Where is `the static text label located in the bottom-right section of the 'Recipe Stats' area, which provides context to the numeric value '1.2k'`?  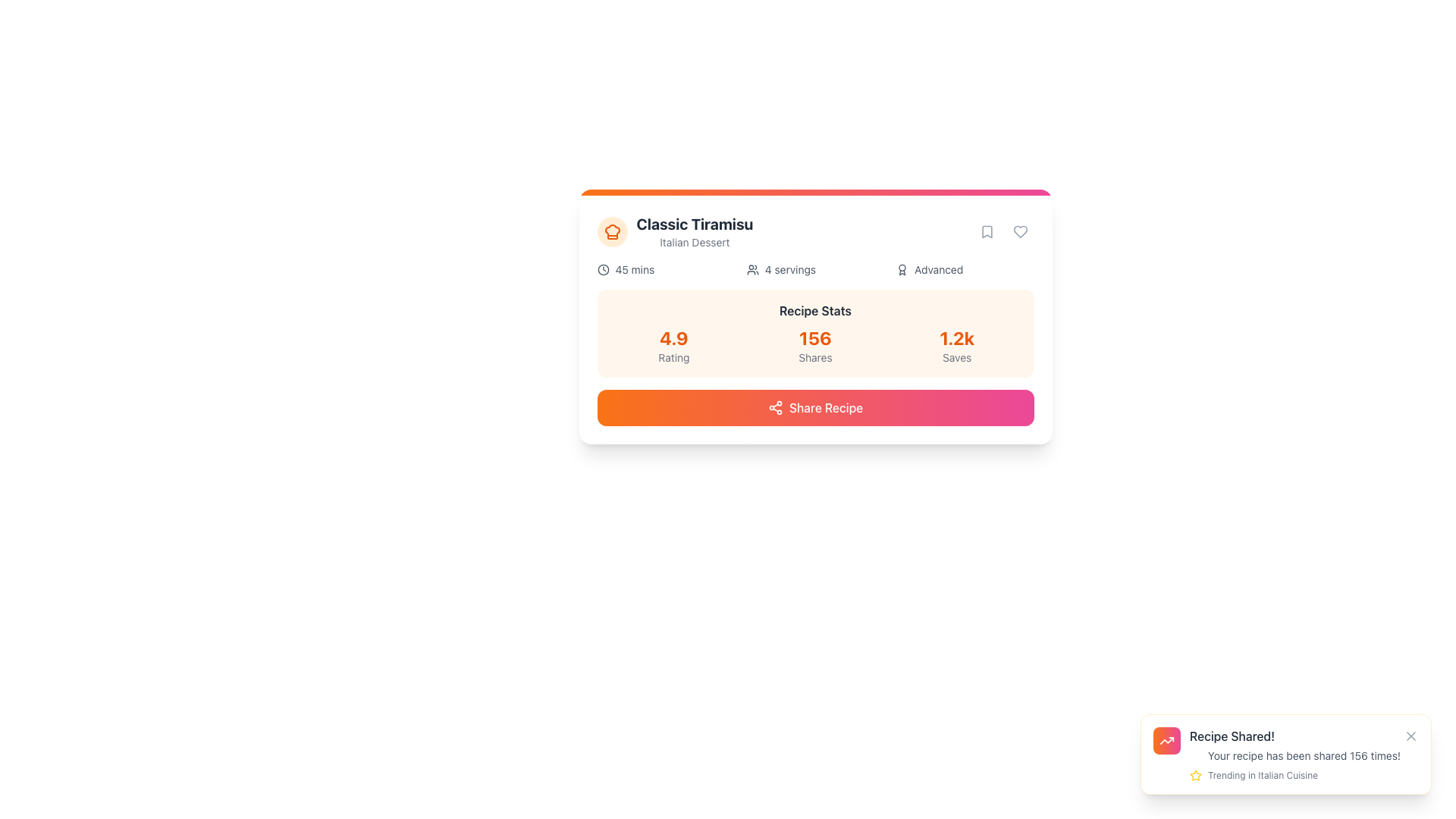 the static text label located in the bottom-right section of the 'Recipe Stats' area, which provides context to the numeric value '1.2k' is located at coordinates (956, 357).